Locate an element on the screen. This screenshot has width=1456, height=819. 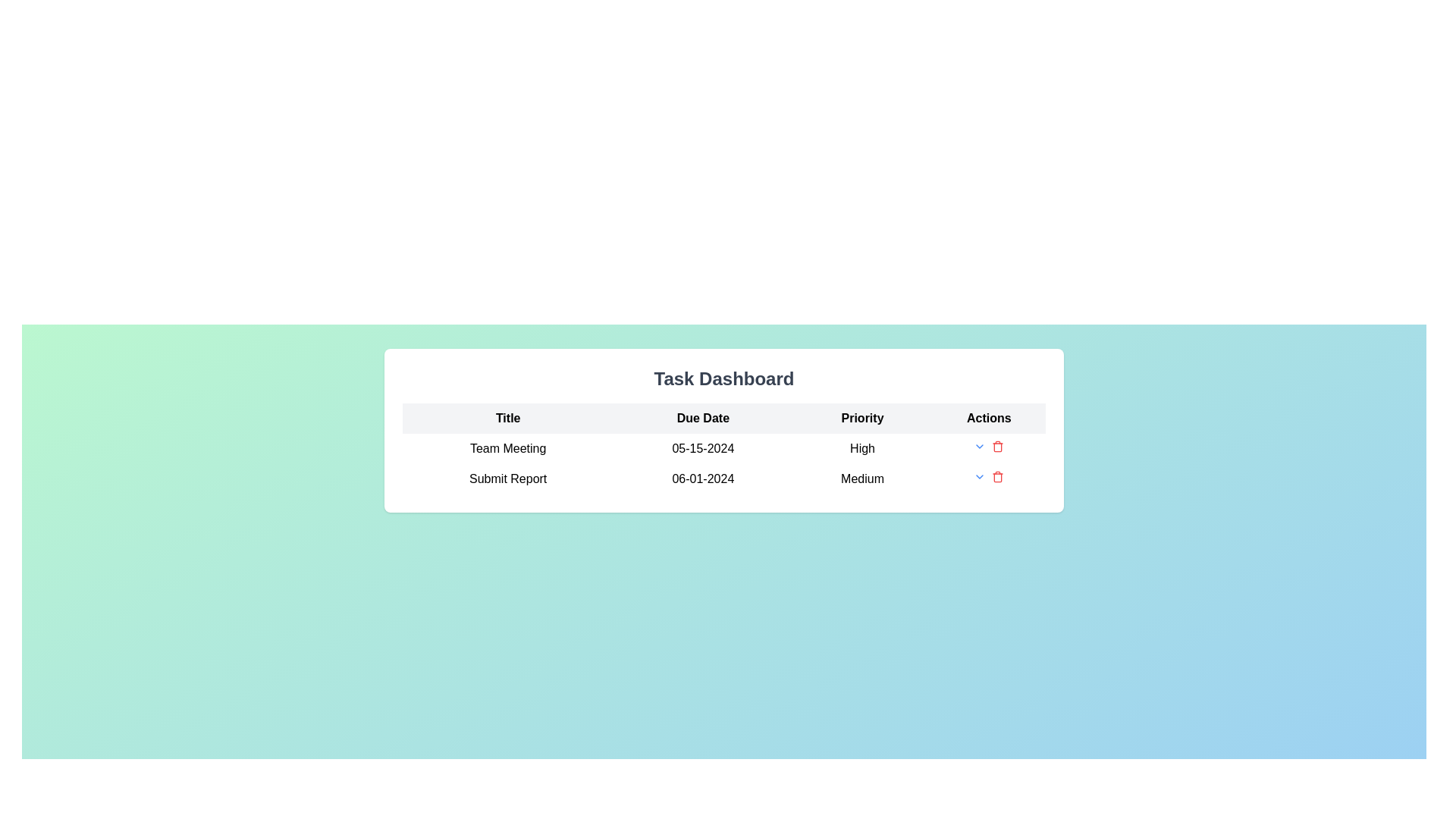
the text label displaying 'Medium' located in the second row under the 'Priority' column of the table, adjacent to '06-01-2024' is located at coordinates (862, 479).